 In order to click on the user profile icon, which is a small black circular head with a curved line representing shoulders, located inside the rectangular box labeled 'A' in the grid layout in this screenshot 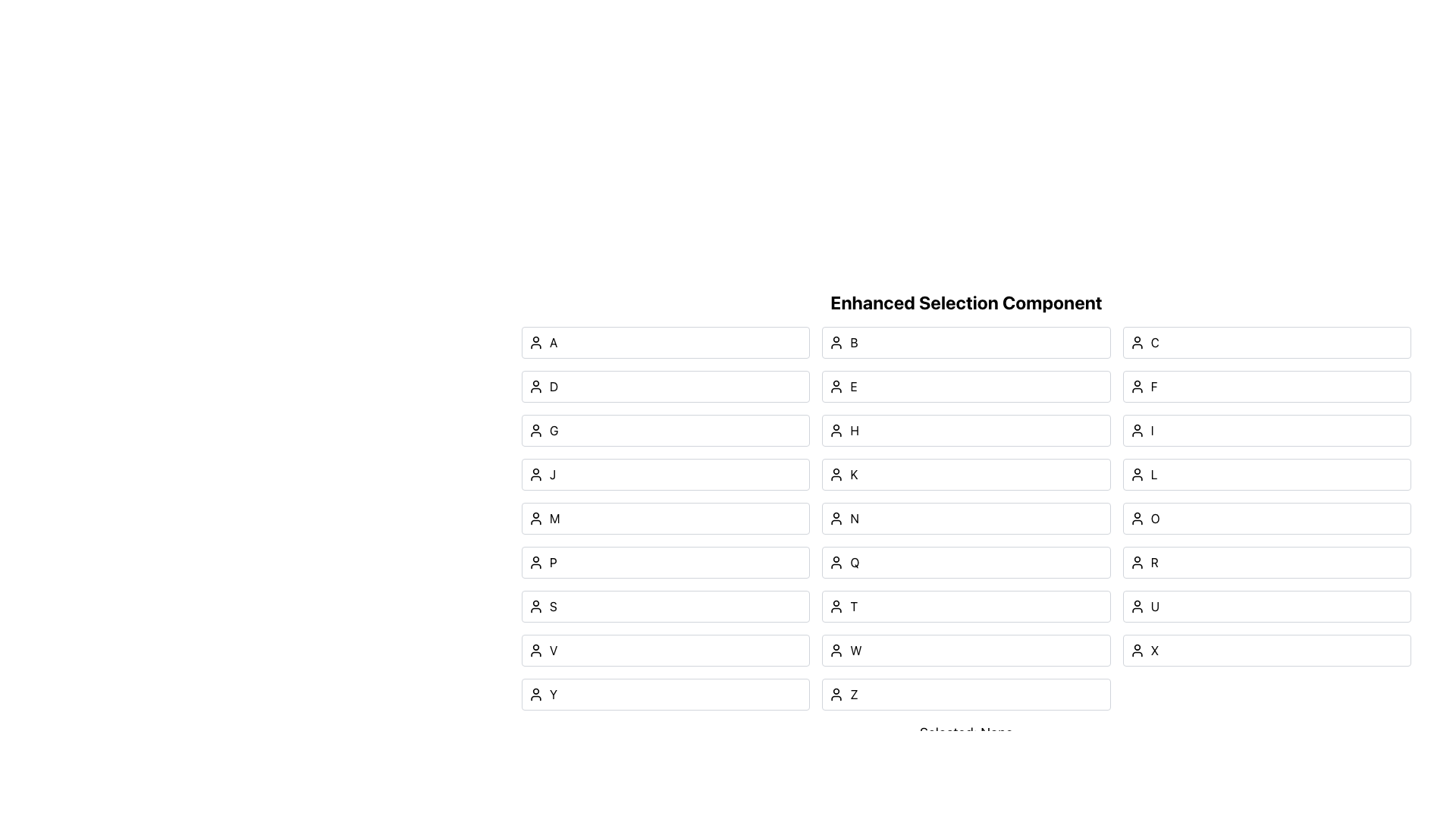, I will do `click(535, 342)`.